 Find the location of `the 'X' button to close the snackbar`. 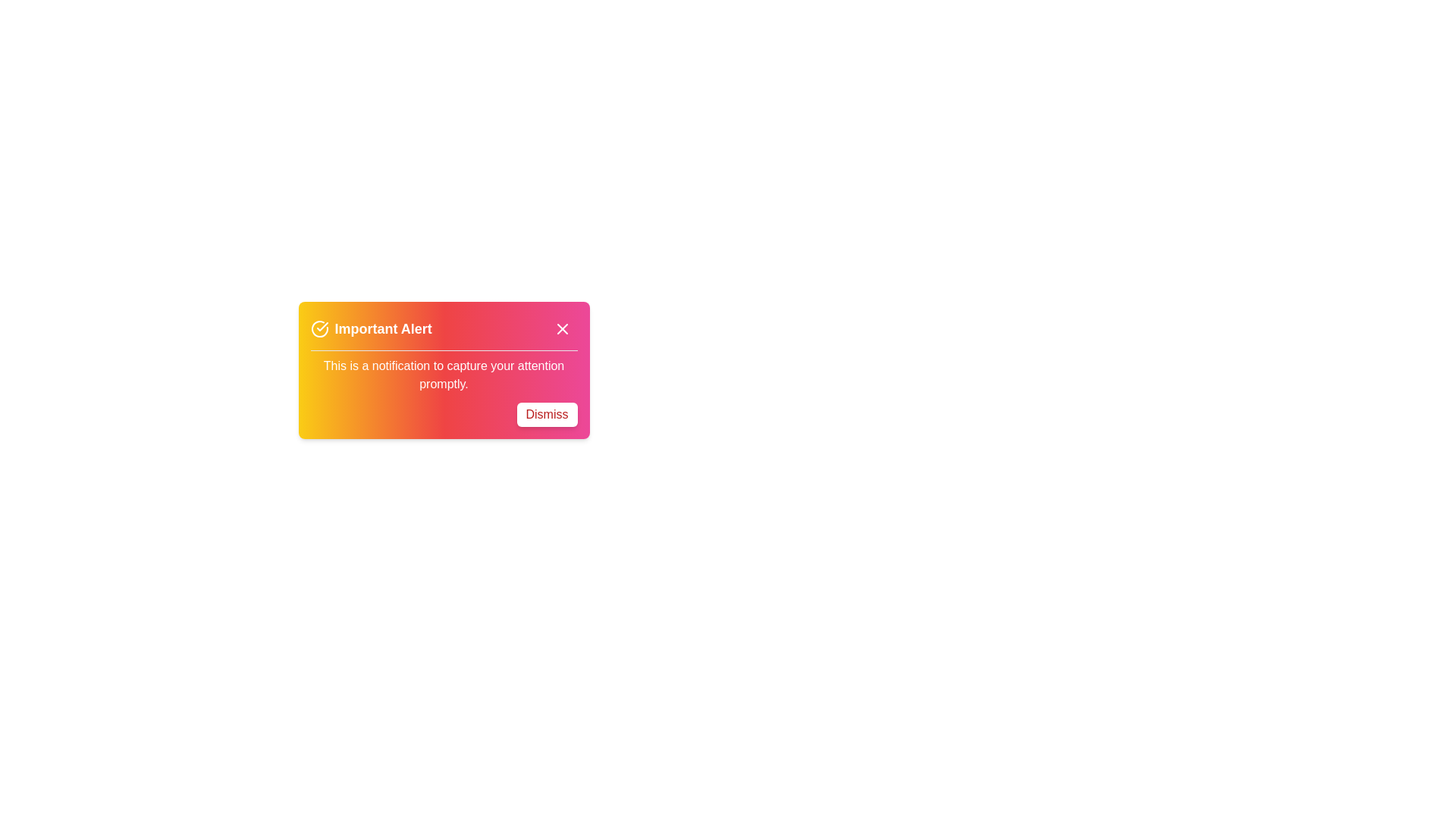

the 'X' button to close the snackbar is located at coordinates (561, 328).